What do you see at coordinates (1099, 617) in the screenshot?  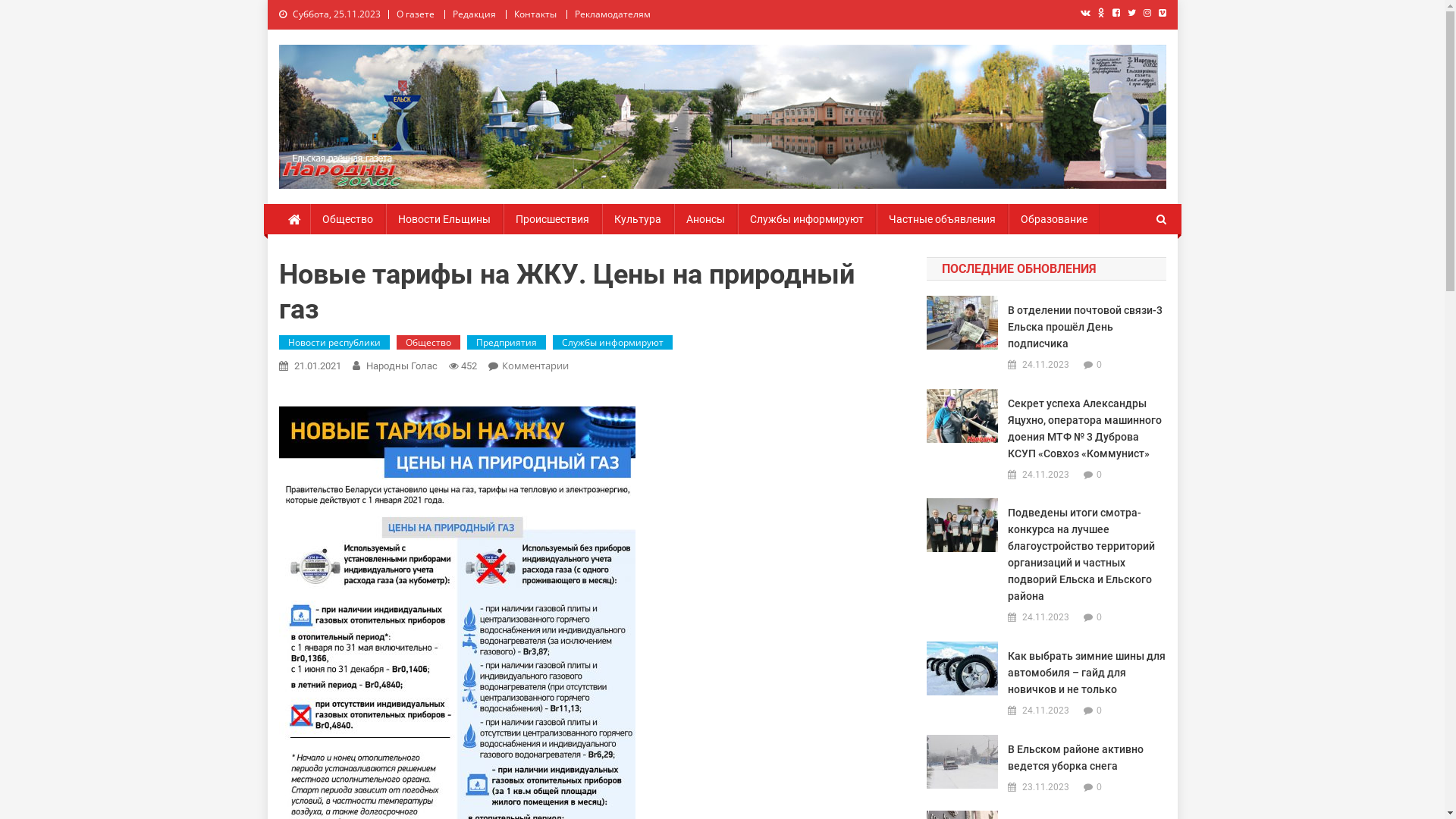 I see `'0'` at bounding box center [1099, 617].